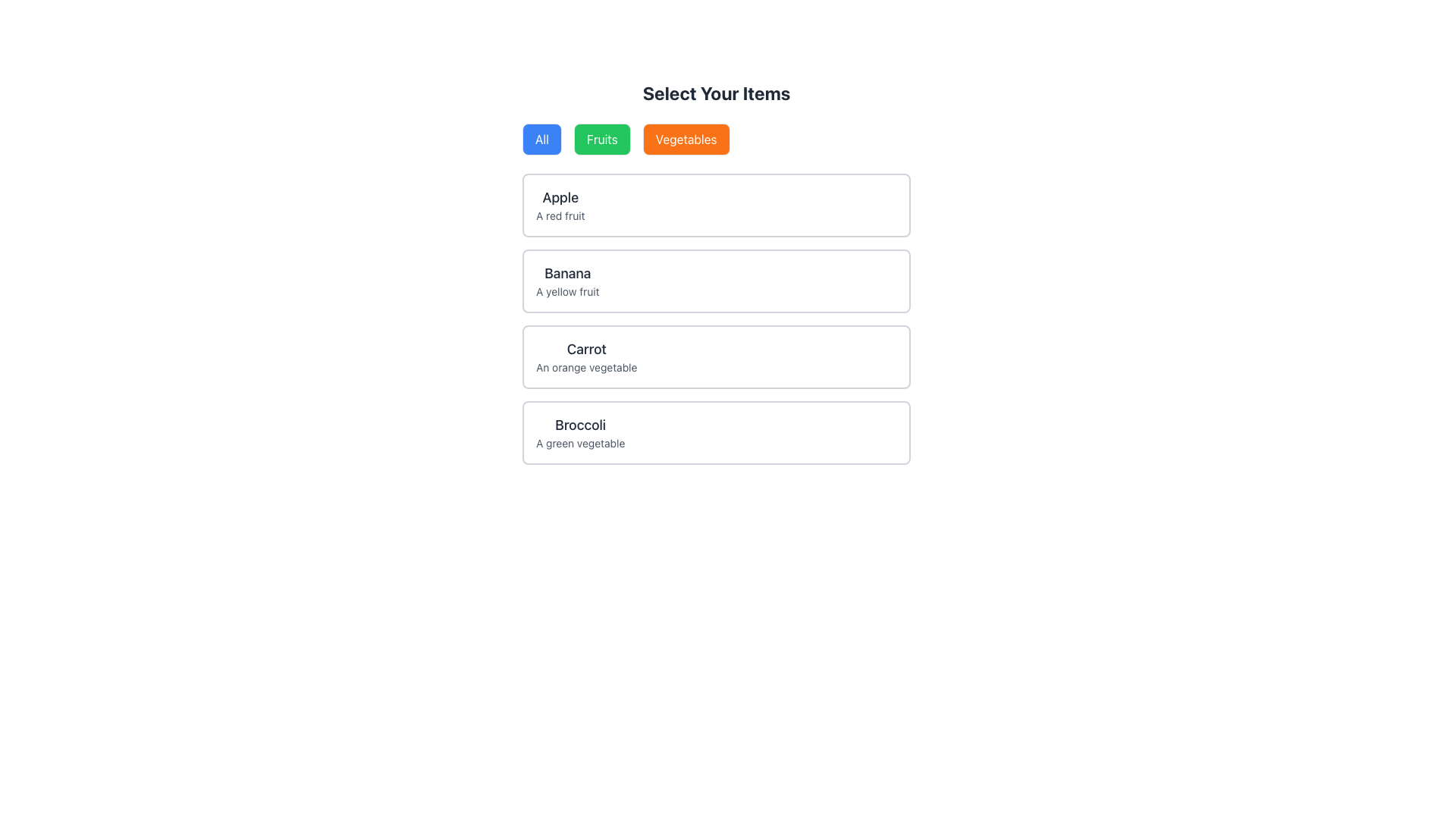 Image resolution: width=1456 pixels, height=819 pixels. What do you see at coordinates (566, 281) in the screenshot?
I see `the textual display component that shows 'Banana' with a subtitle 'A yellow fruit', which is the second item in the list of selectable options` at bounding box center [566, 281].